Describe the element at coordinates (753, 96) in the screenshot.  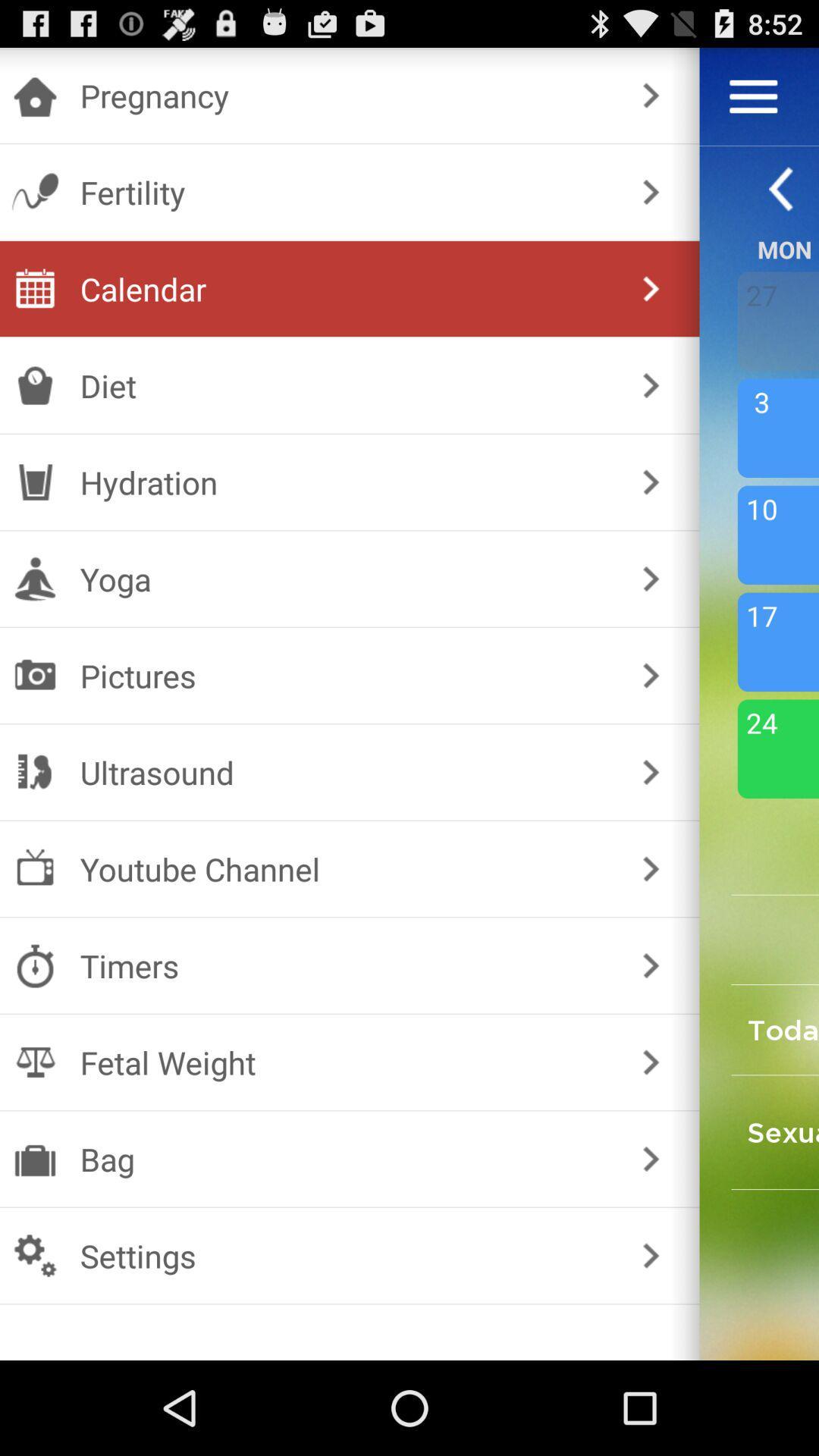
I see `open menu` at that location.